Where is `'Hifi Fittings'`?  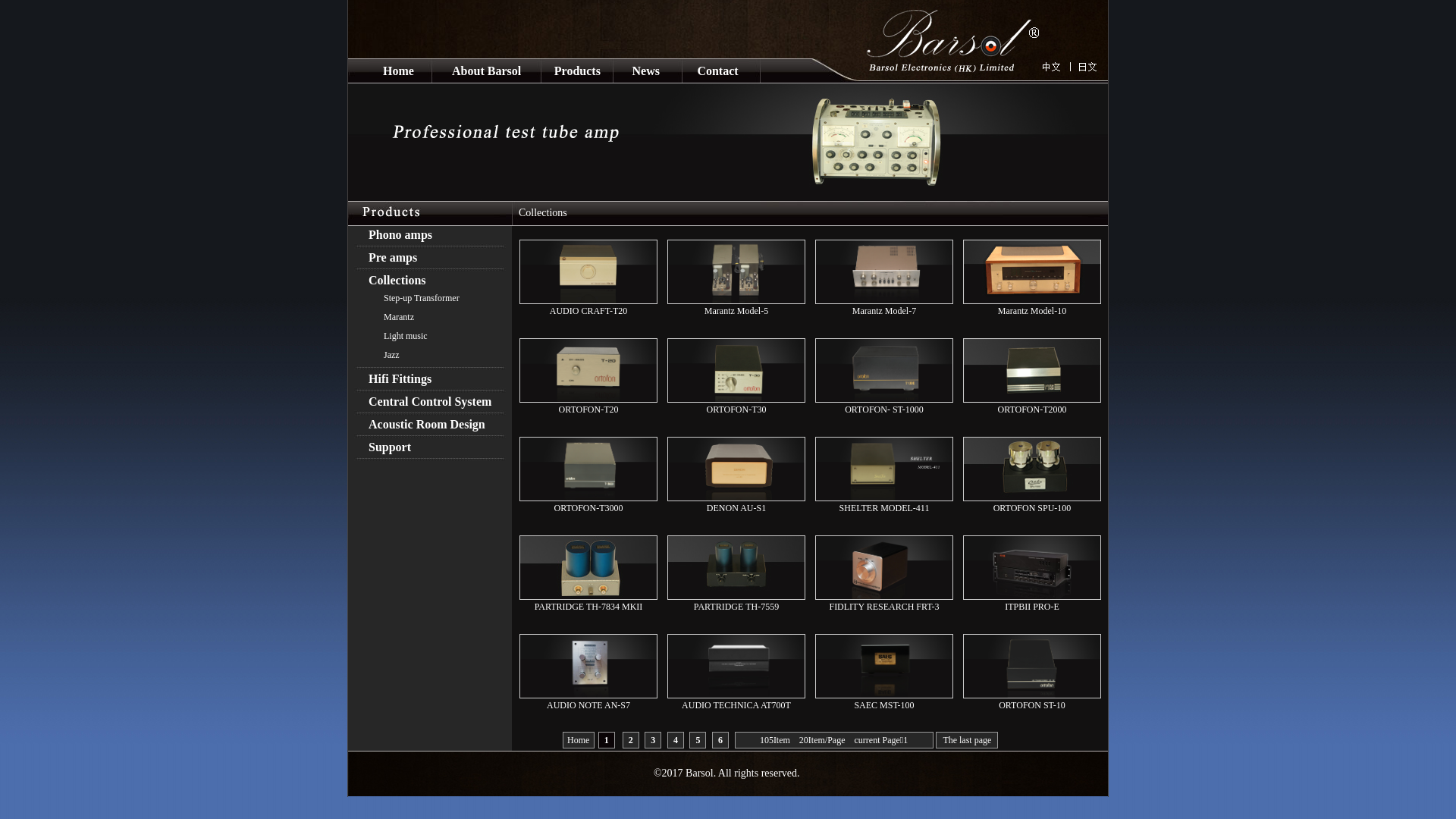
'Hifi Fittings' is located at coordinates (428, 378).